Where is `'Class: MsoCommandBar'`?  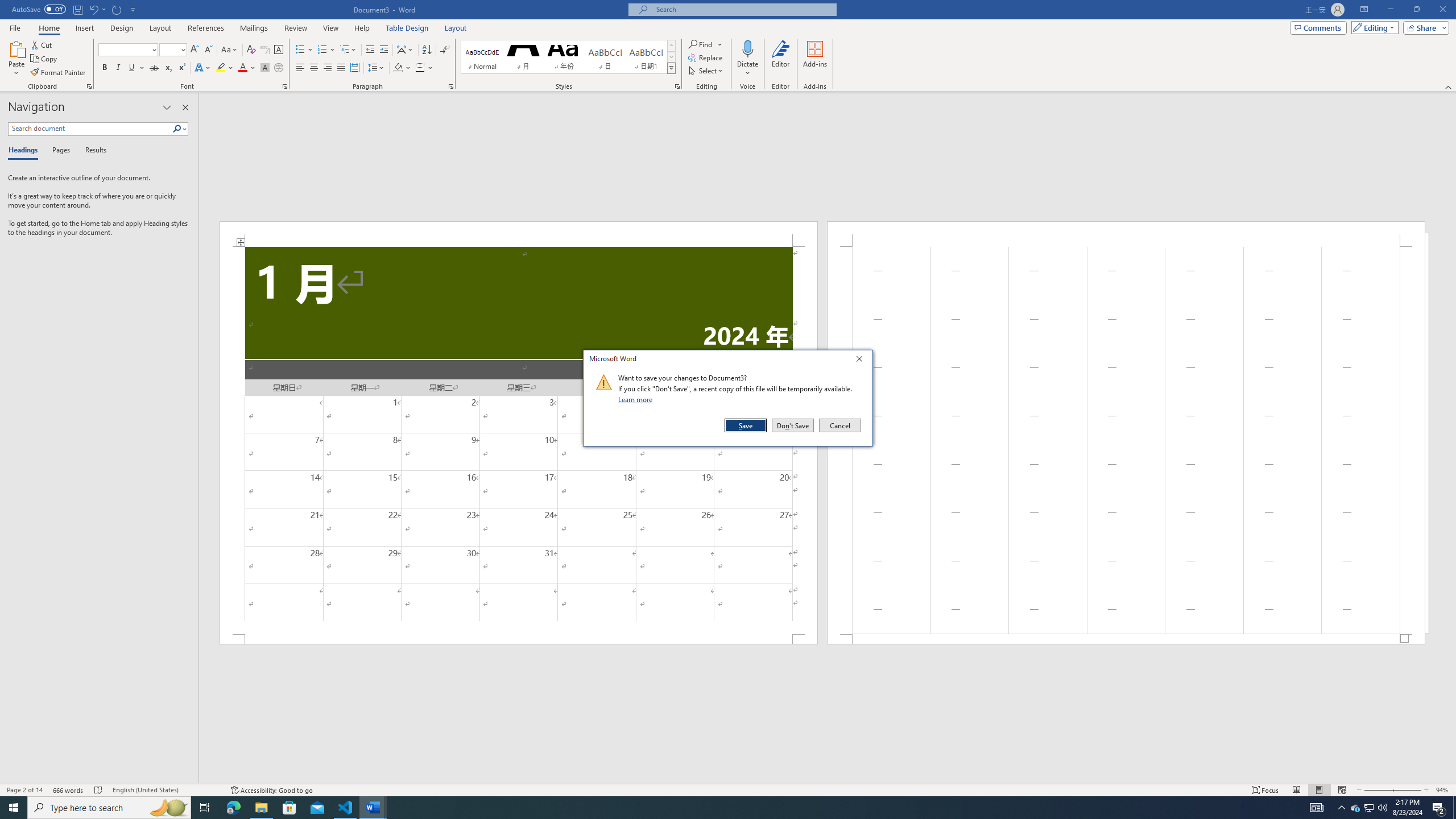 'Class: MsoCommandBar' is located at coordinates (728, 789).